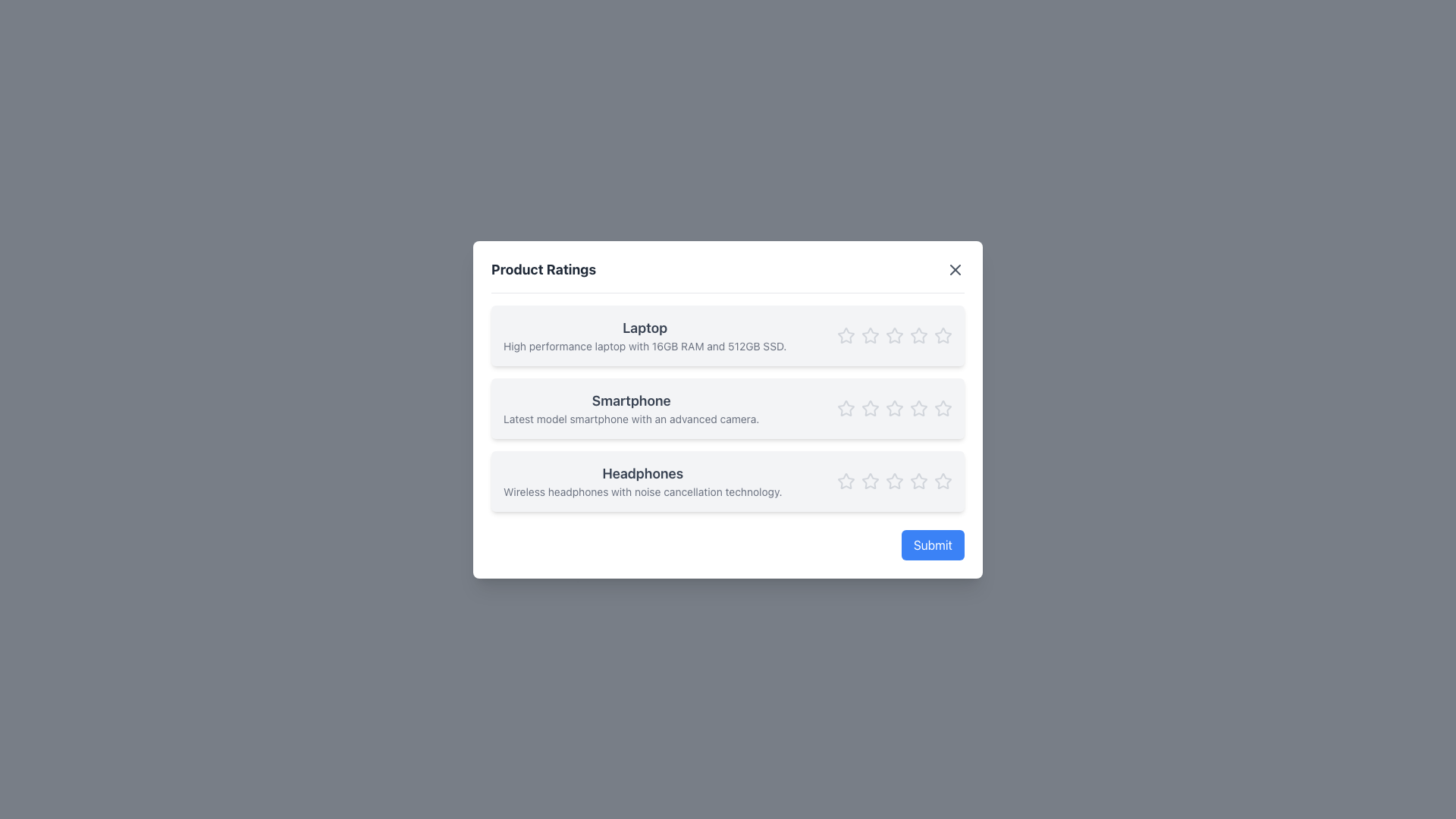 This screenshot has height=819, width=1456. I want to click on the rightmost star icon in the rating section labeled 'Laptop', so click(918, 334).